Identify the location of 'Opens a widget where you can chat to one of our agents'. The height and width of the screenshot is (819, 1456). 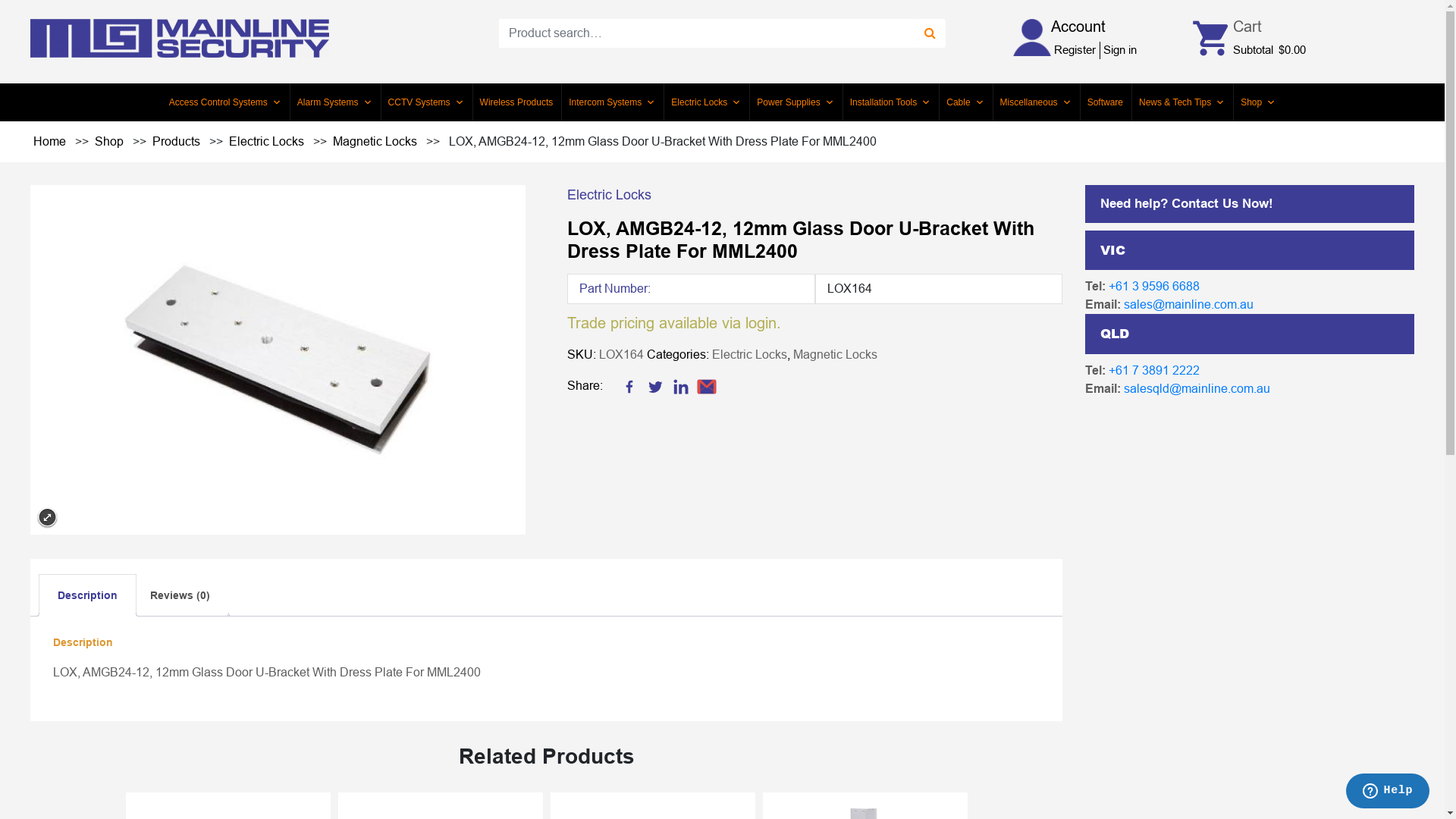
(1387, 792).